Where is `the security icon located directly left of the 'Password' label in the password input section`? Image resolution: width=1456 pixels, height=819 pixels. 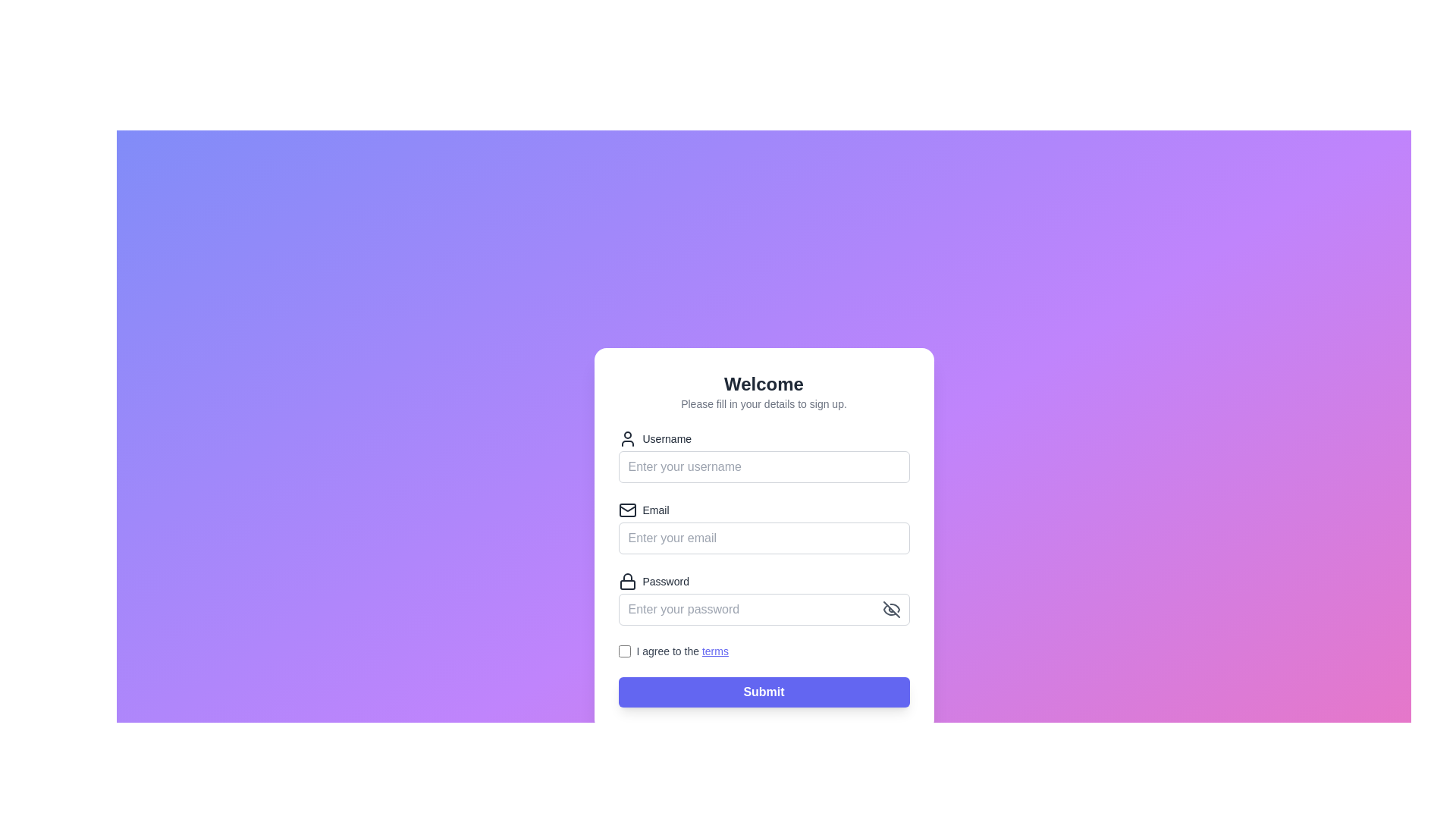
the security icon located directly left of the 'Password' label in the password input section is located at coordinates (627, 581).